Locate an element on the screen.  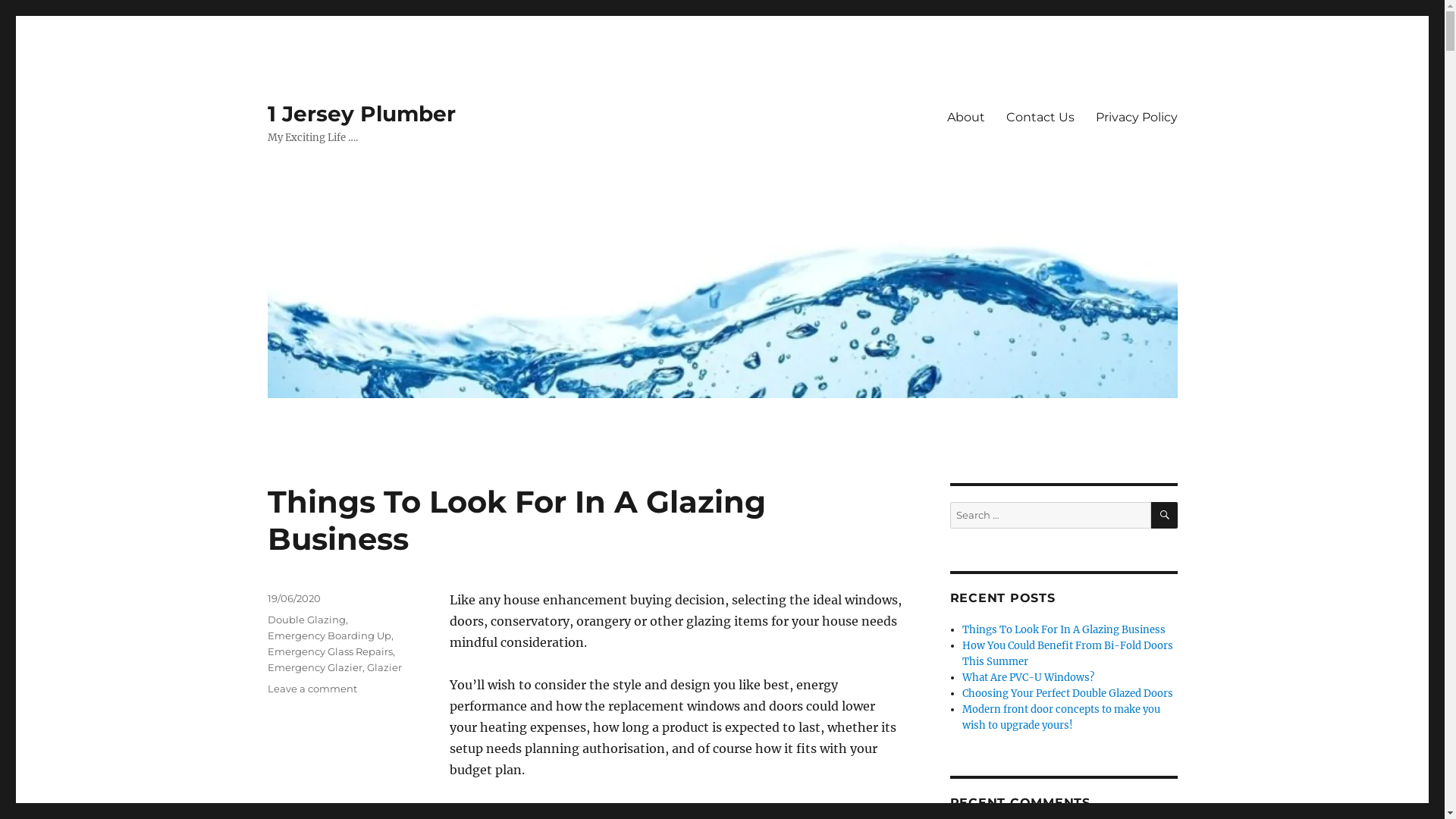
'Emergency Glass Repairs' is located at coordinates (328, 651).